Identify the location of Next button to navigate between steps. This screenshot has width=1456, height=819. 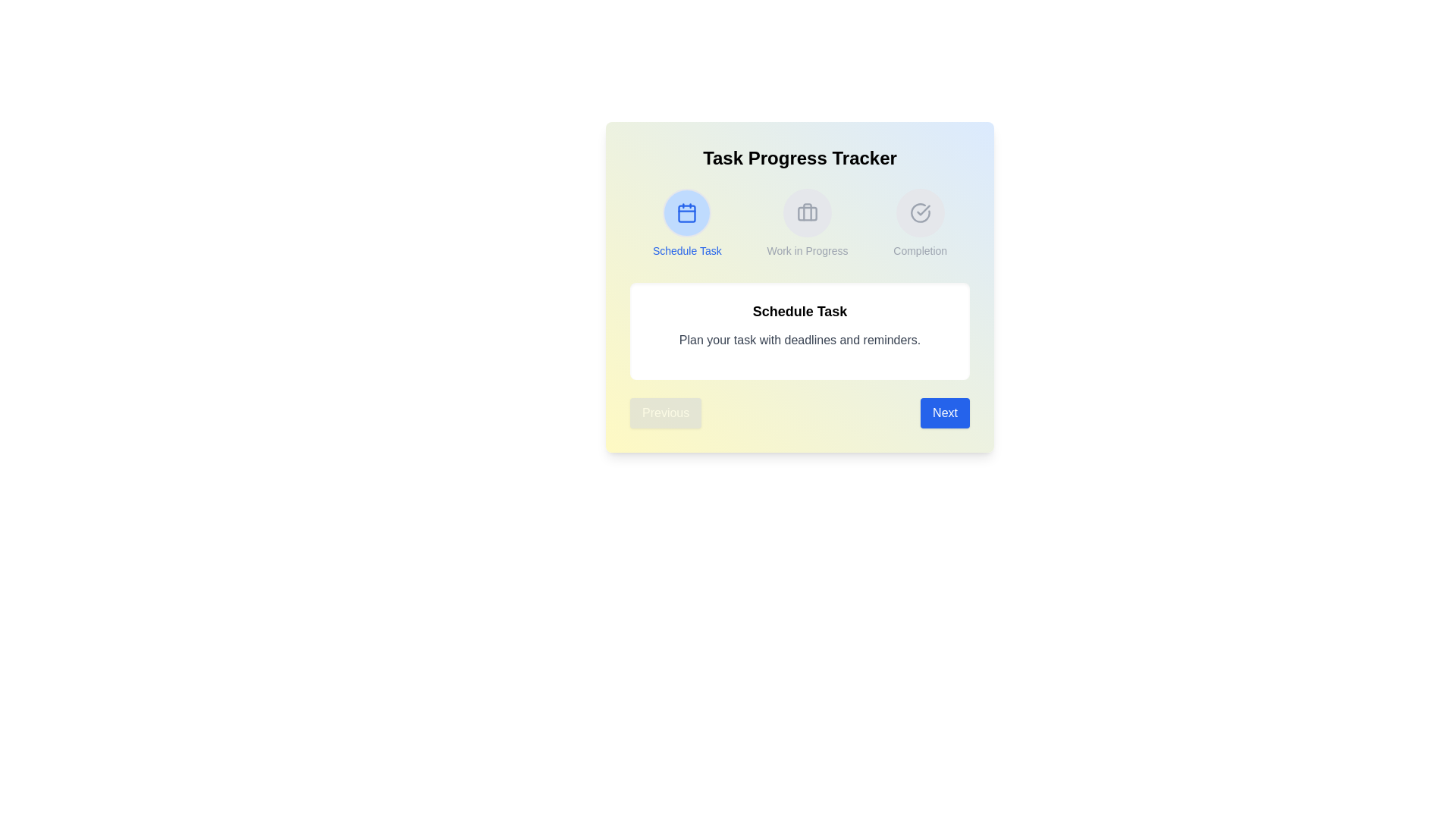
(944, 413).